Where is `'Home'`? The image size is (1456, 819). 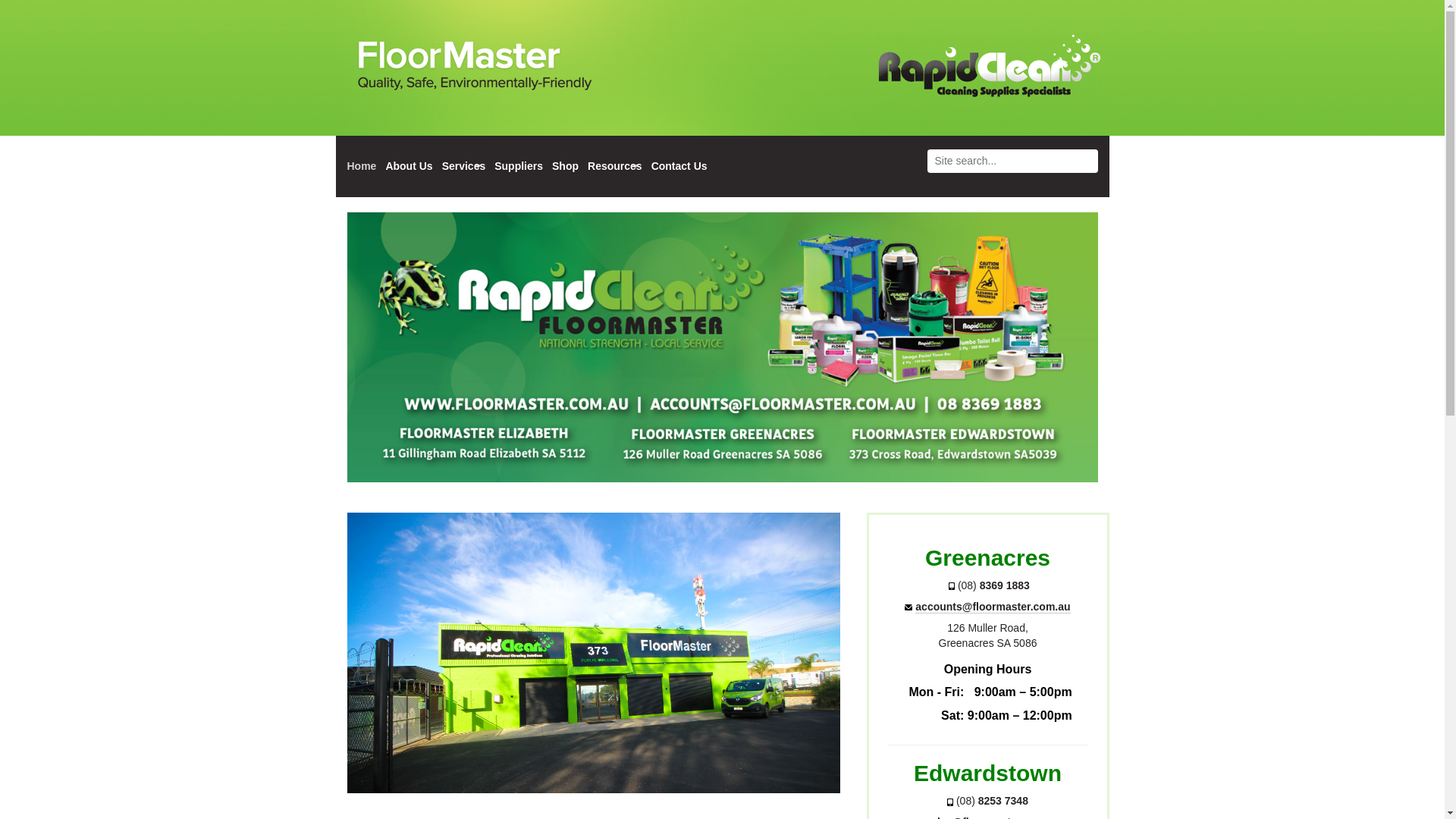
'Home' is located at coordinates (361, 166).